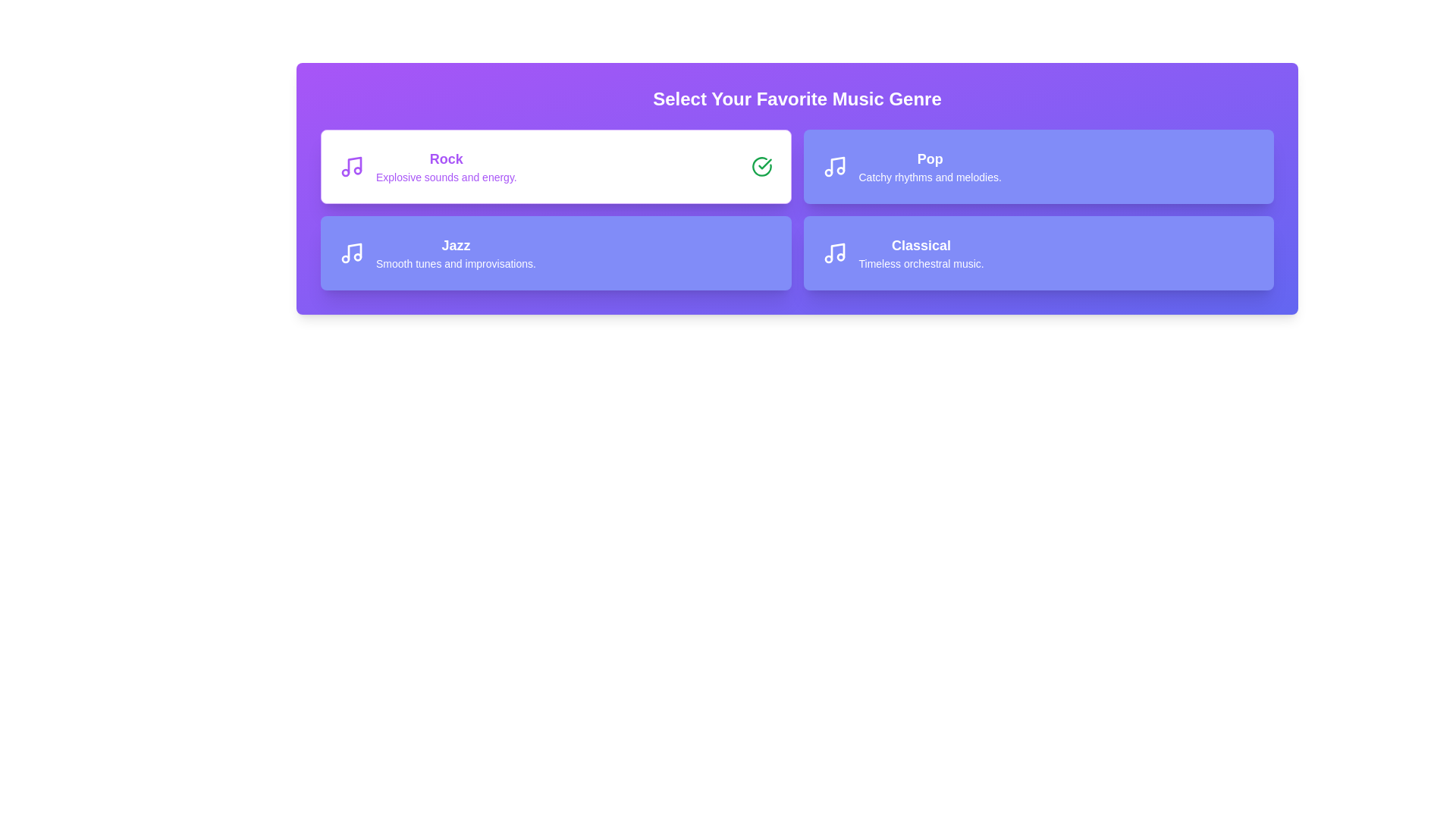  Describe the element at coordinates (445, 158) in the screenshot. I see `the text label indicating the music genre 'Rock', which serves as the title of a selectable item in the interface` at that location.